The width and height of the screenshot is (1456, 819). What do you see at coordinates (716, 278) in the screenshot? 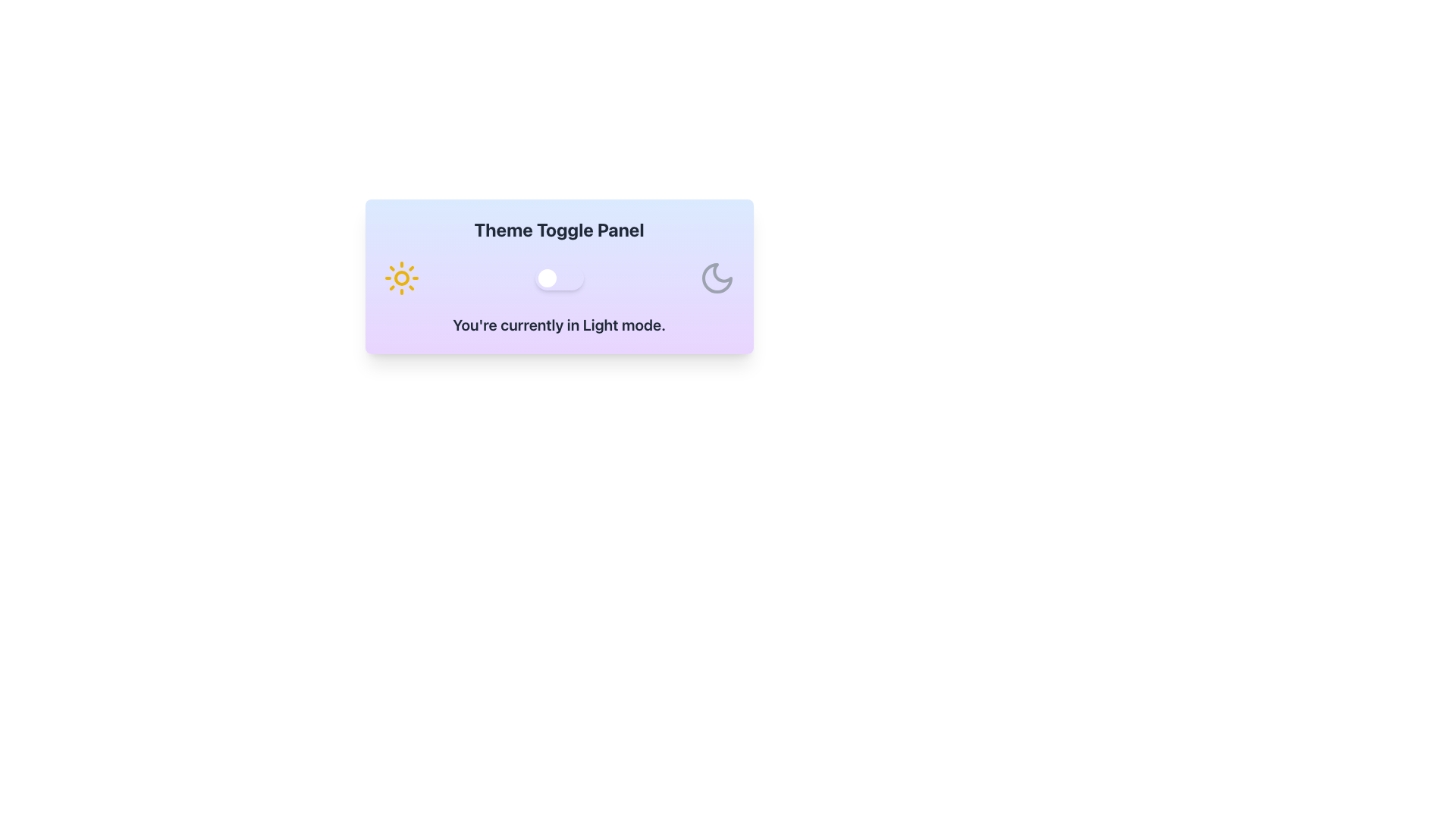
I see `the moon-shaped icon located at the far right of the theme toggle interface to associate it with the theme toggle functionality` at bounding box center [716, 278].